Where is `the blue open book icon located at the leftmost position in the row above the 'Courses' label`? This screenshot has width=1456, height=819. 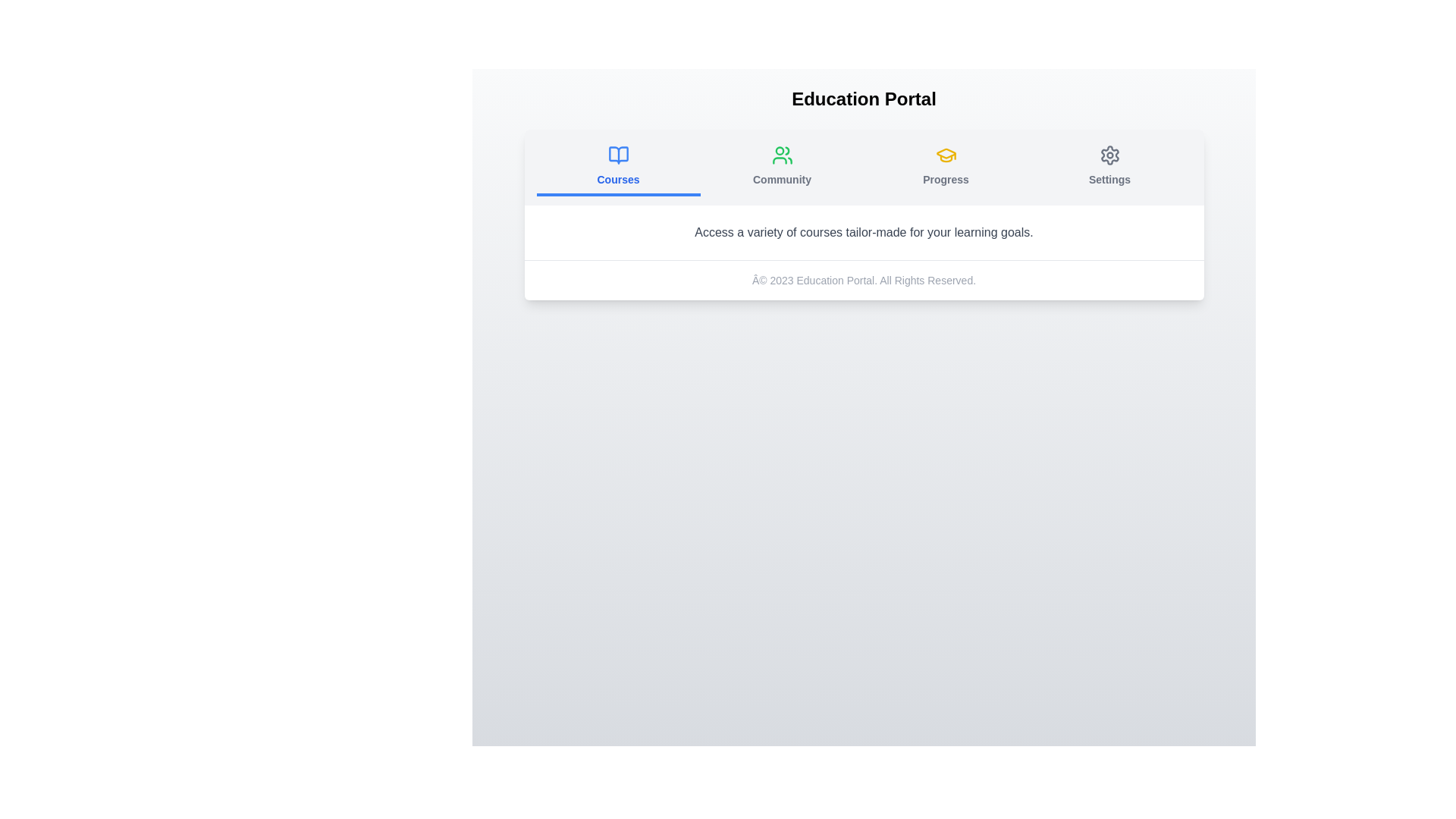
the blue open book icon located at the leftmost position in the row above the 'Courses' label is located at coordinates (618, 155).